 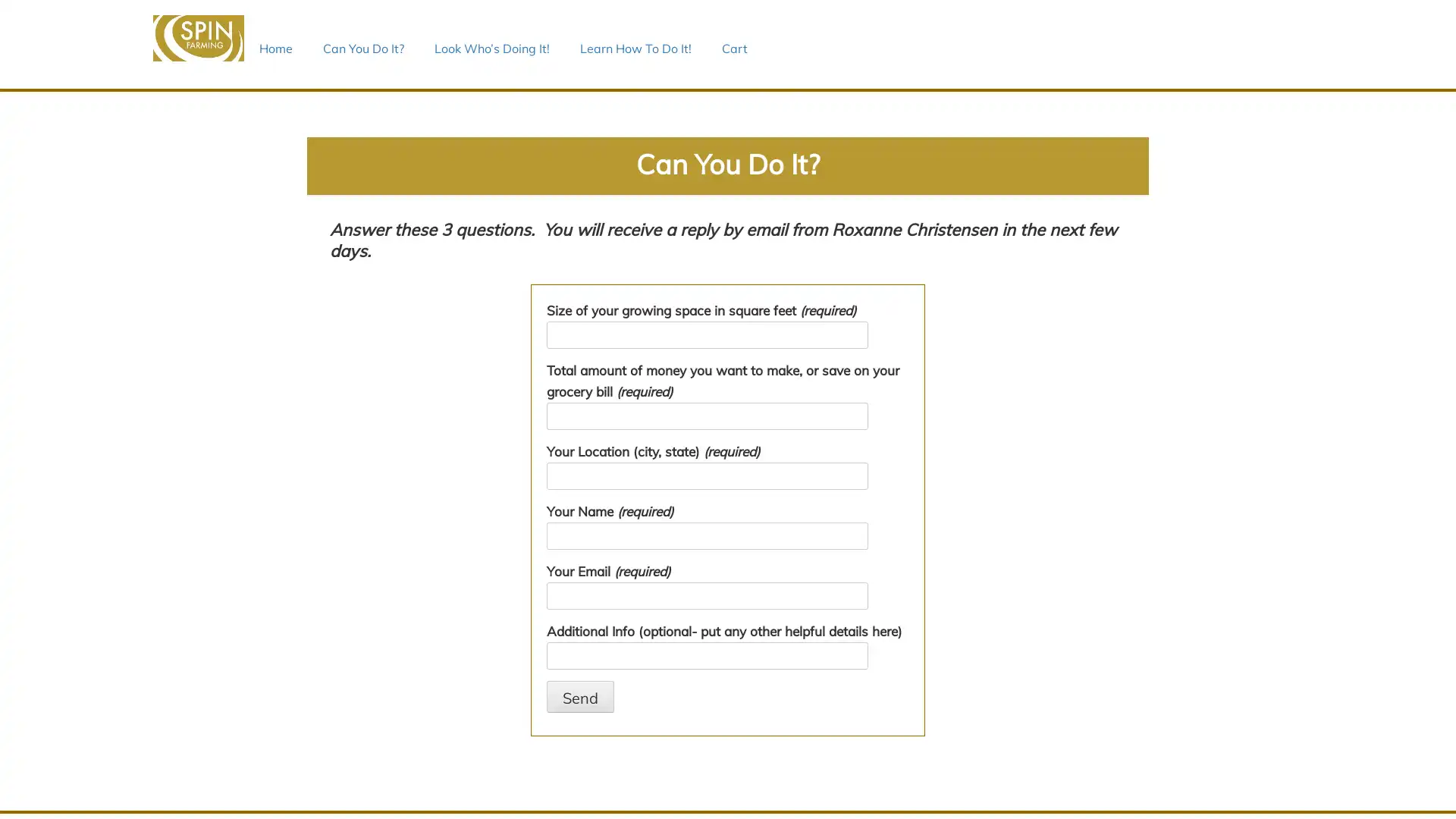 What do you see at coordinates (579, 696) in the screenshot?
I see `Send` at bounding box center [579, 696].